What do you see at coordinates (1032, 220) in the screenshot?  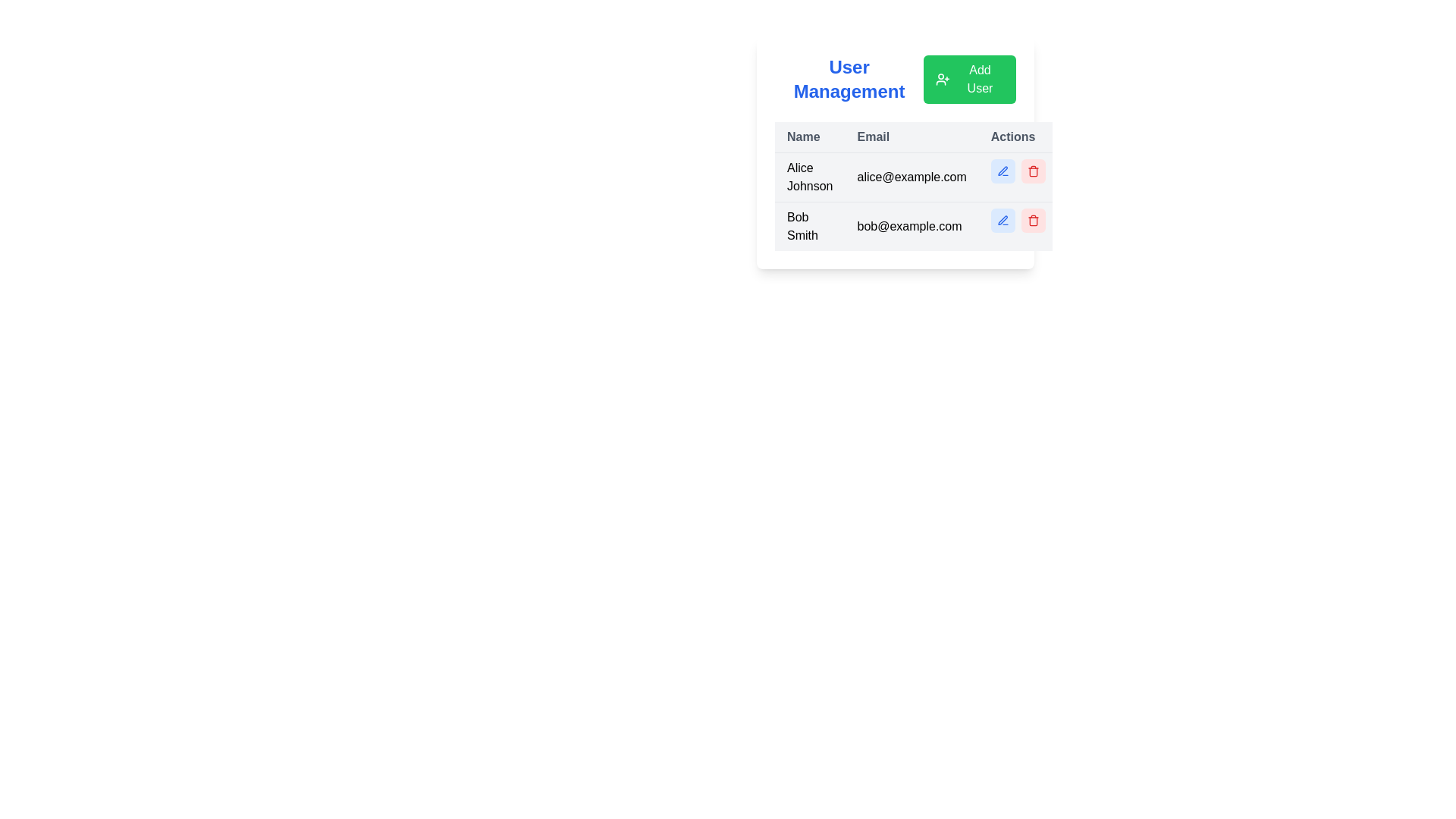 I see `the delete button with a light red background and red text, located to the right of the blue pencil icon in the user management table for 'Bob Smith'` at bounding box center [1032, 220].